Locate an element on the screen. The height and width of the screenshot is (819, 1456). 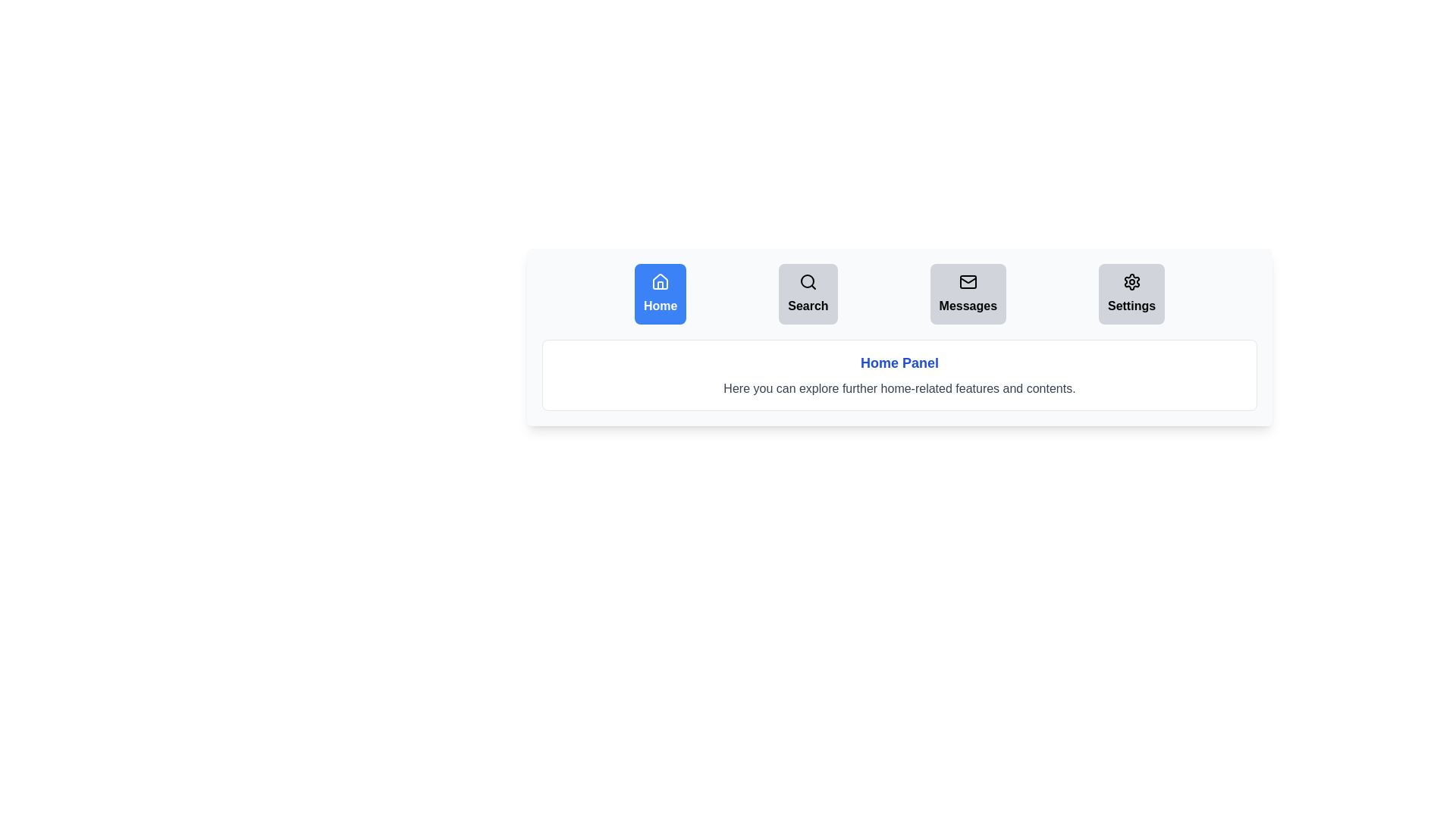
the 'Search' button, which is a light gray rounded rectangular button with a magnifying glass icon is located at coordinates (807, 294).